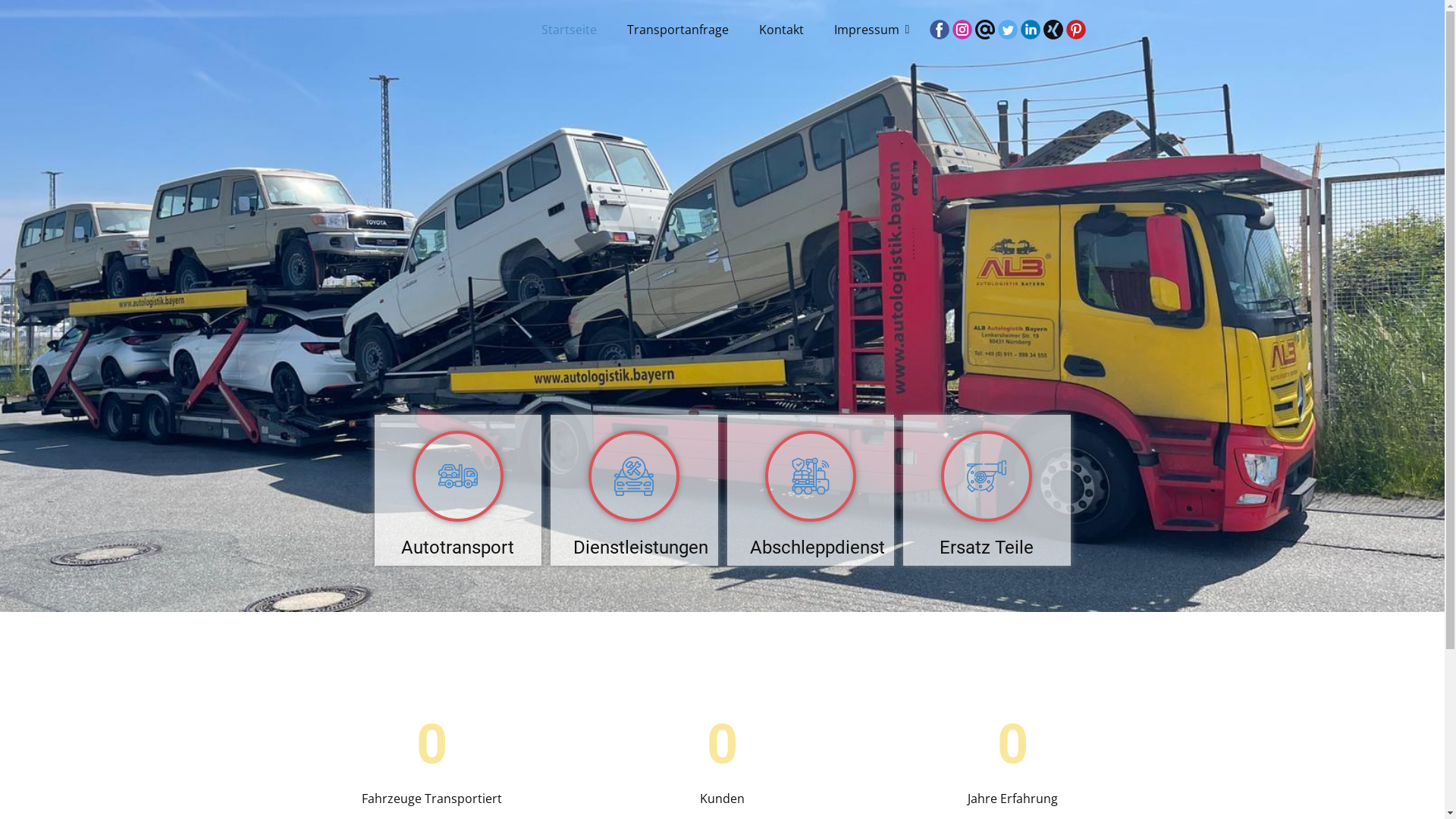 The image size is (1456, 819). Describe the element at coordinates (961, 29) in the screenshot. I see `'instagram'` at that location.